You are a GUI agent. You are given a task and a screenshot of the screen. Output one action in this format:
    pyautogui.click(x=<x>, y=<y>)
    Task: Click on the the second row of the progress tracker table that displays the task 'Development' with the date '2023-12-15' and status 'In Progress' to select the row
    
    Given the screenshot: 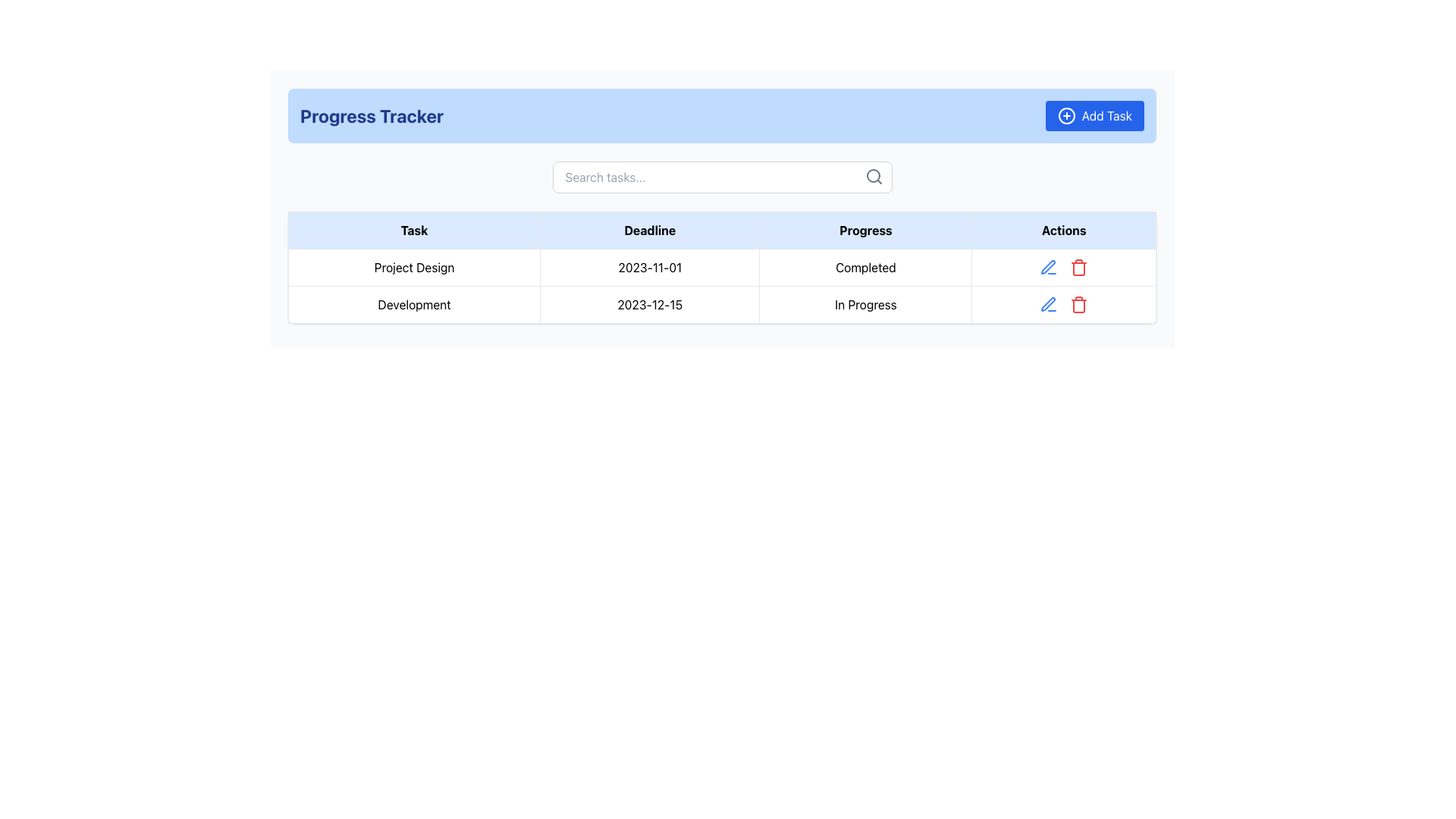 What is the action you would take?
    pyautogui.click(x=721, y=304)
    